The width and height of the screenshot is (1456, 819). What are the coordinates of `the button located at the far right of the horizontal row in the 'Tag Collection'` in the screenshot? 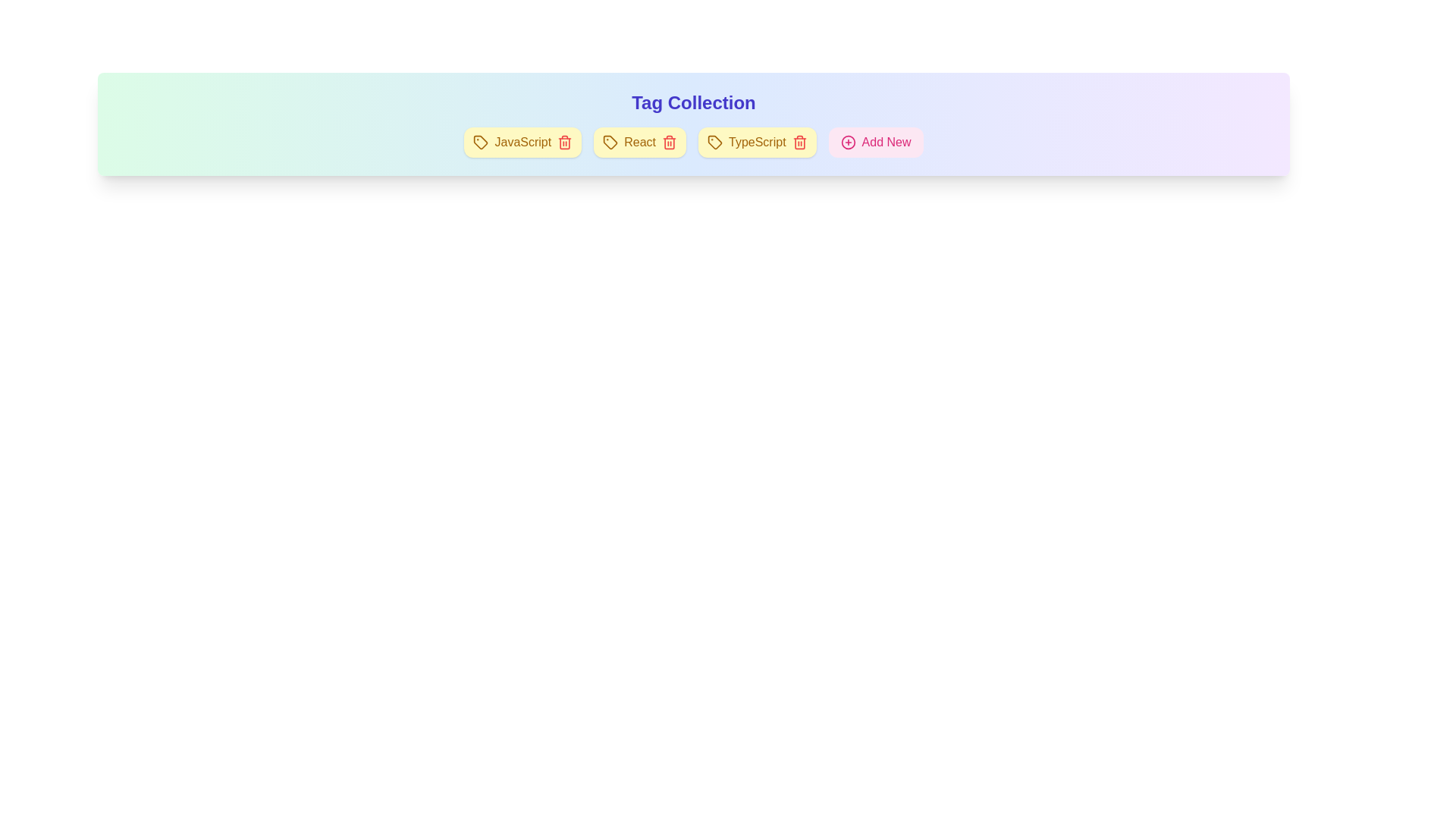 It's located at (876, 143).